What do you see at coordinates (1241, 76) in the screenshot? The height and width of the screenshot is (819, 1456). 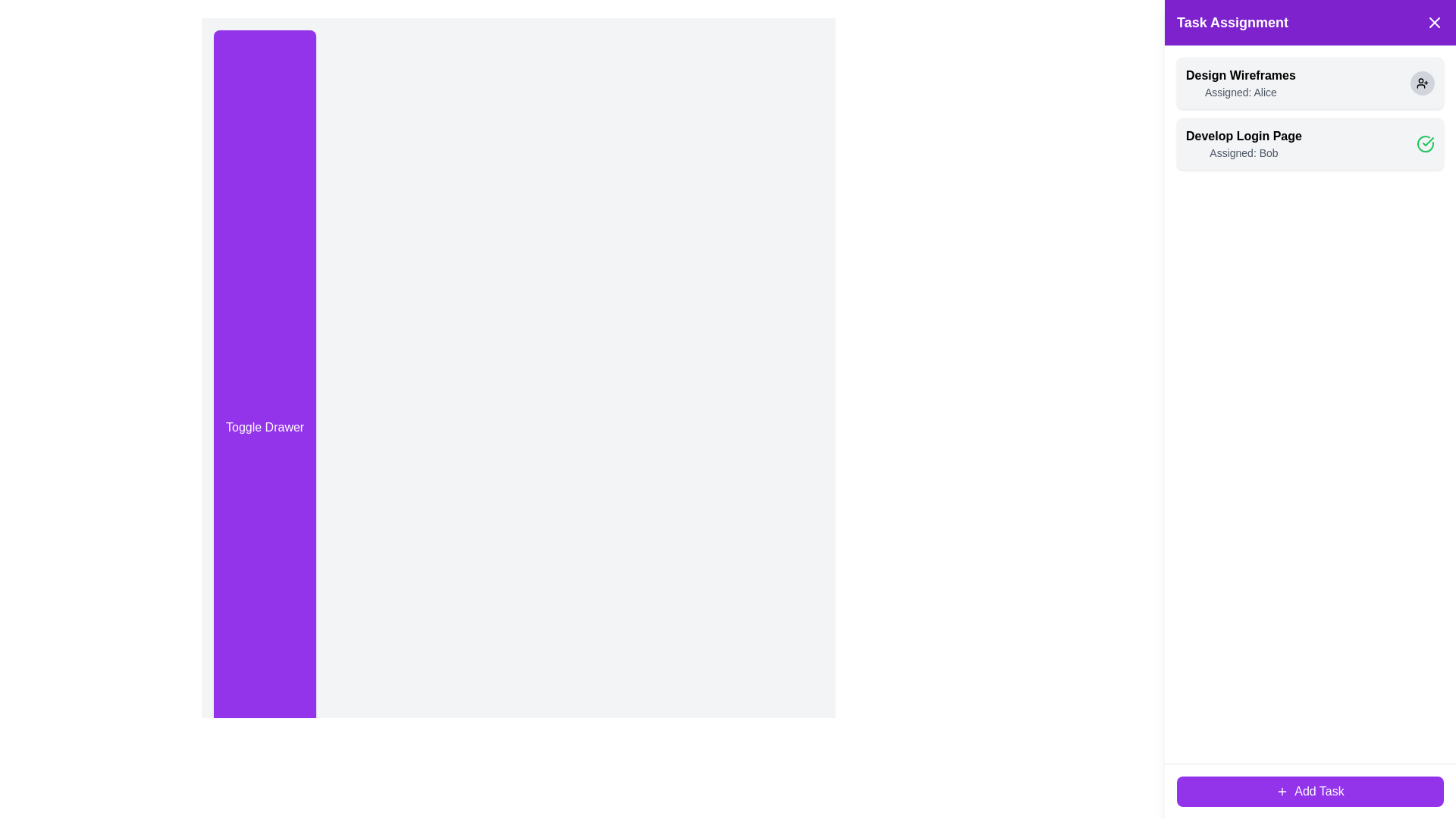 I see `the Text label that serves as the title of a task item in the 'Task Assignment' panel, located at the top of the task list interface` at bounding box center [1241, 76].